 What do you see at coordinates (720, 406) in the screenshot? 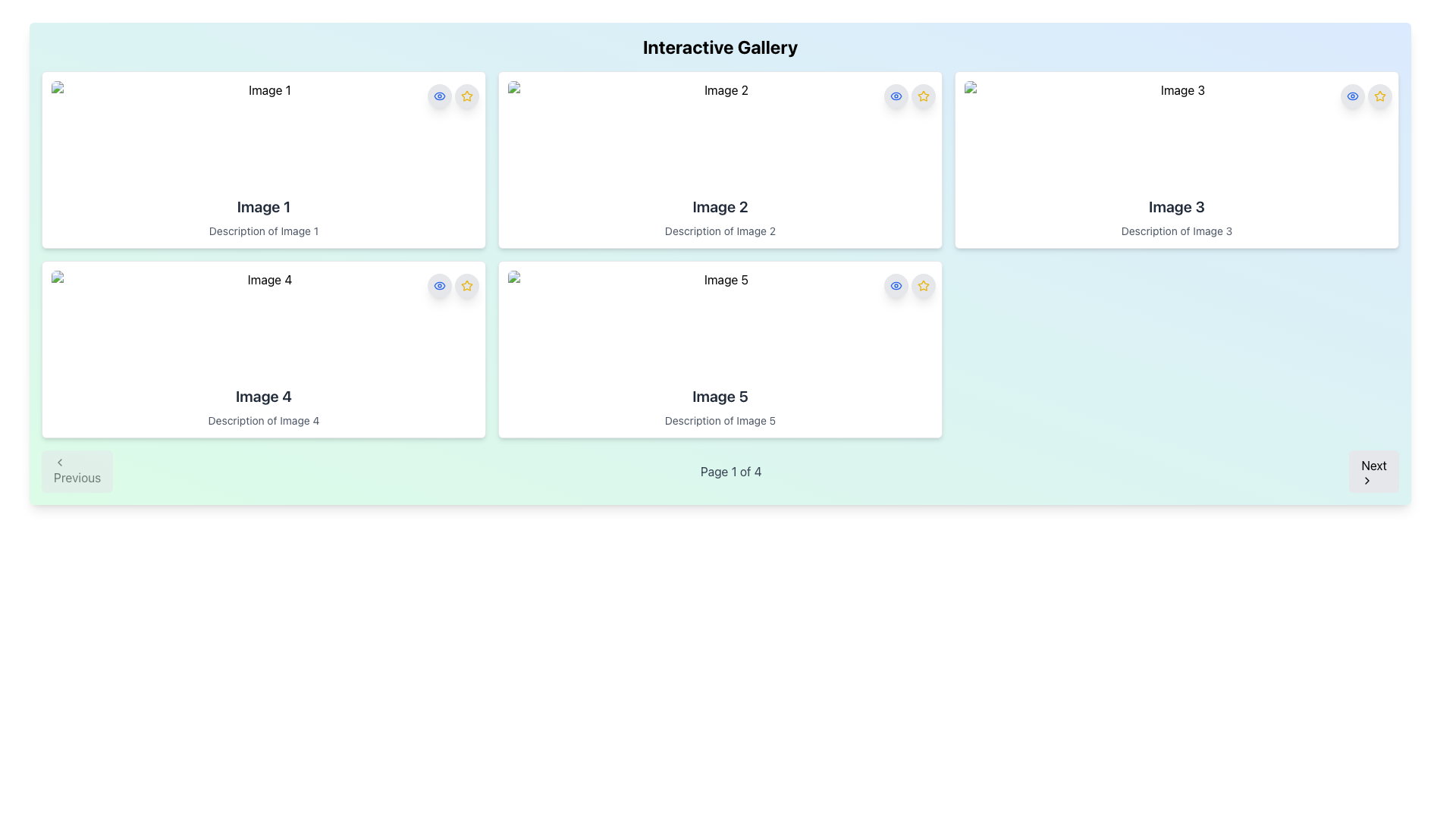
I see `the text content area displaying the title and description for 'Image 5', located at the bottom section of the fifth gallery card in the image gallery layout` at bounding box center [720, 406].